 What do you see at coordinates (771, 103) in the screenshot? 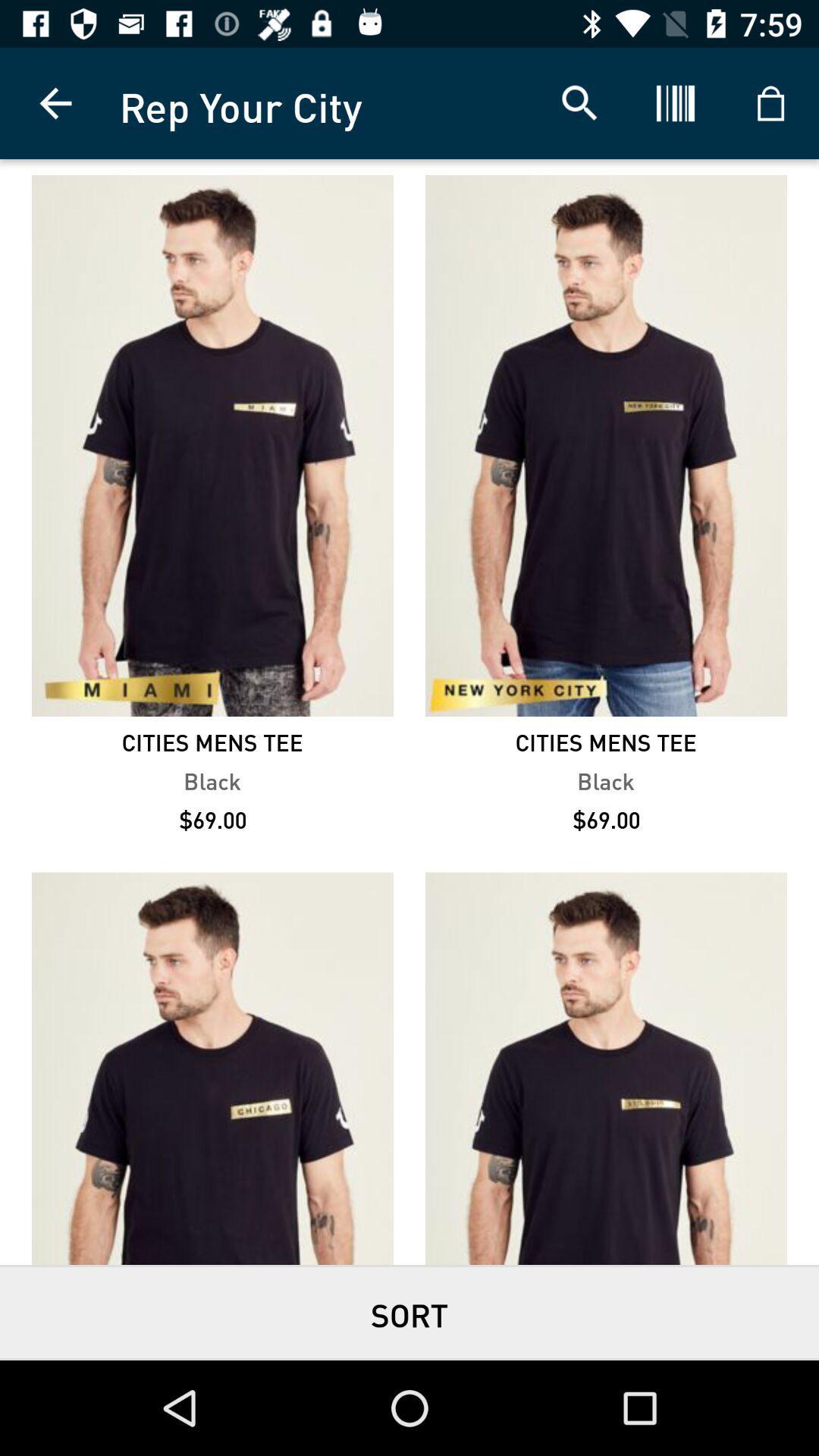
I see `the bag option` at bounding box center [771, 103].